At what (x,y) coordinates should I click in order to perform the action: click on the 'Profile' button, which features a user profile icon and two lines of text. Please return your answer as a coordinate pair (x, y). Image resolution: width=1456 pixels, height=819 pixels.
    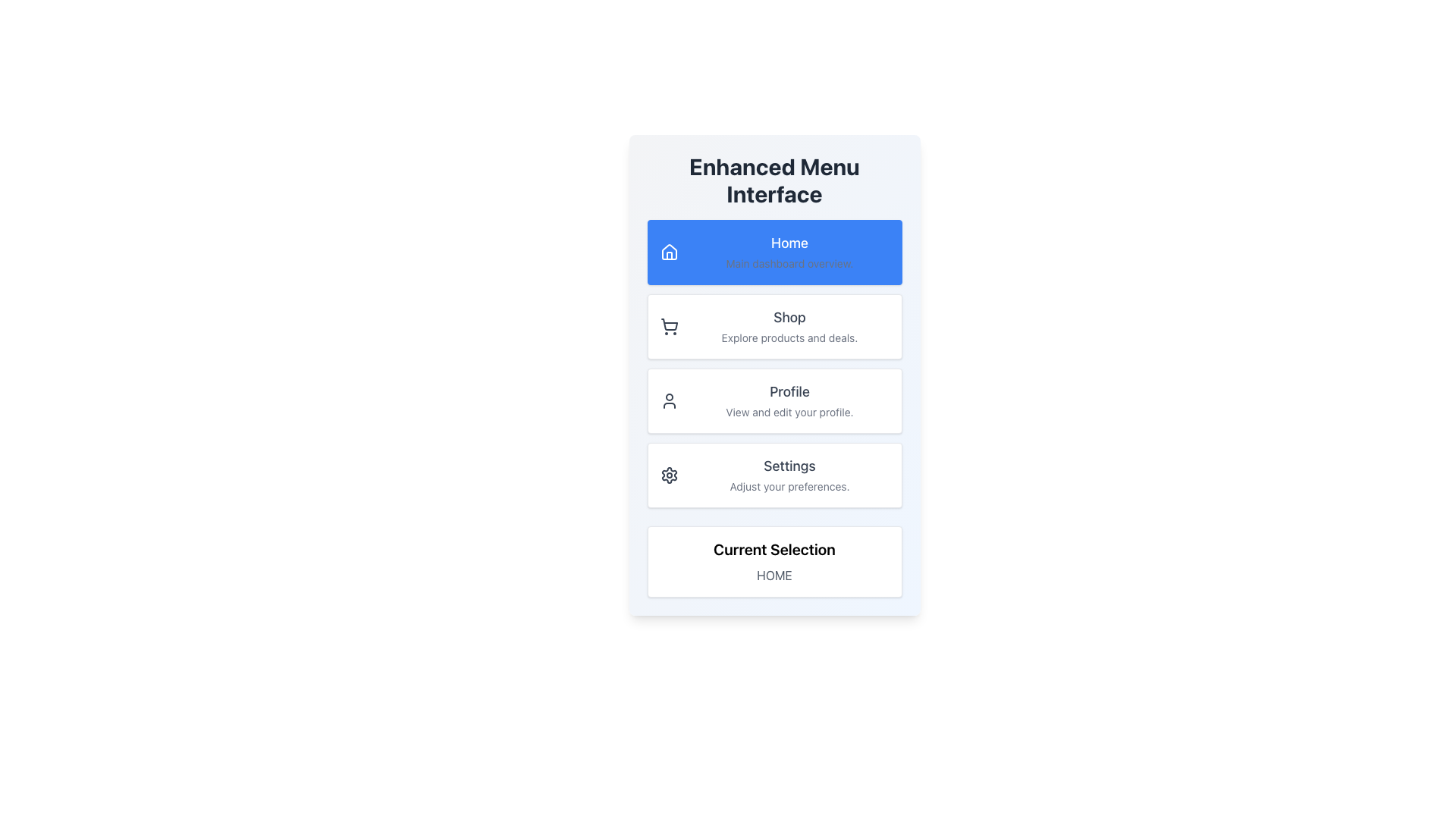
    Looking at the image, I should click on (774, 400).